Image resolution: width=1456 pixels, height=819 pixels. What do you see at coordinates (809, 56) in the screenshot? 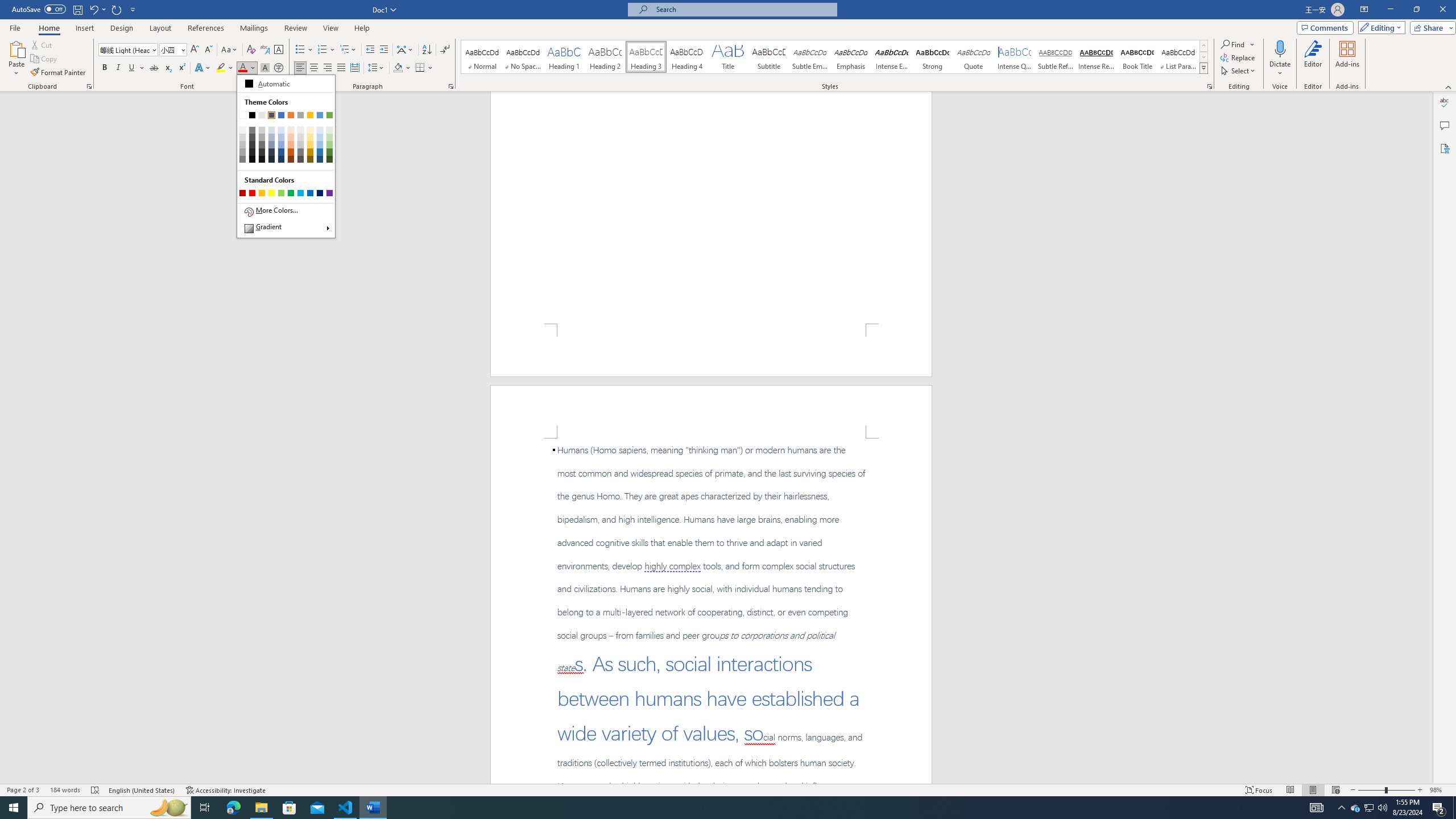
I see `'Subtle Emphasis'` at bounding box center [809, 56].